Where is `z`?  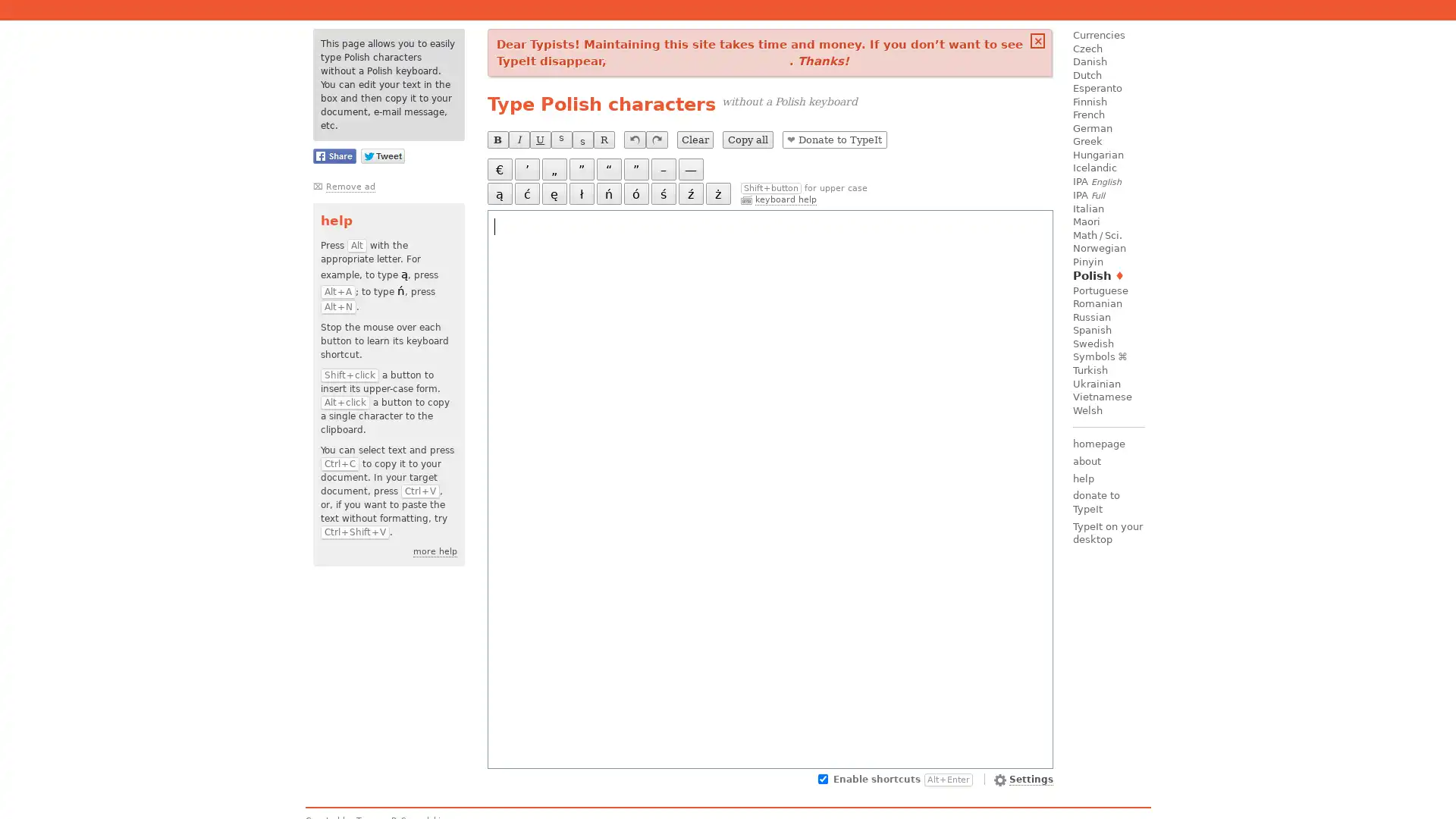 z is located at coordinates (717, 193).